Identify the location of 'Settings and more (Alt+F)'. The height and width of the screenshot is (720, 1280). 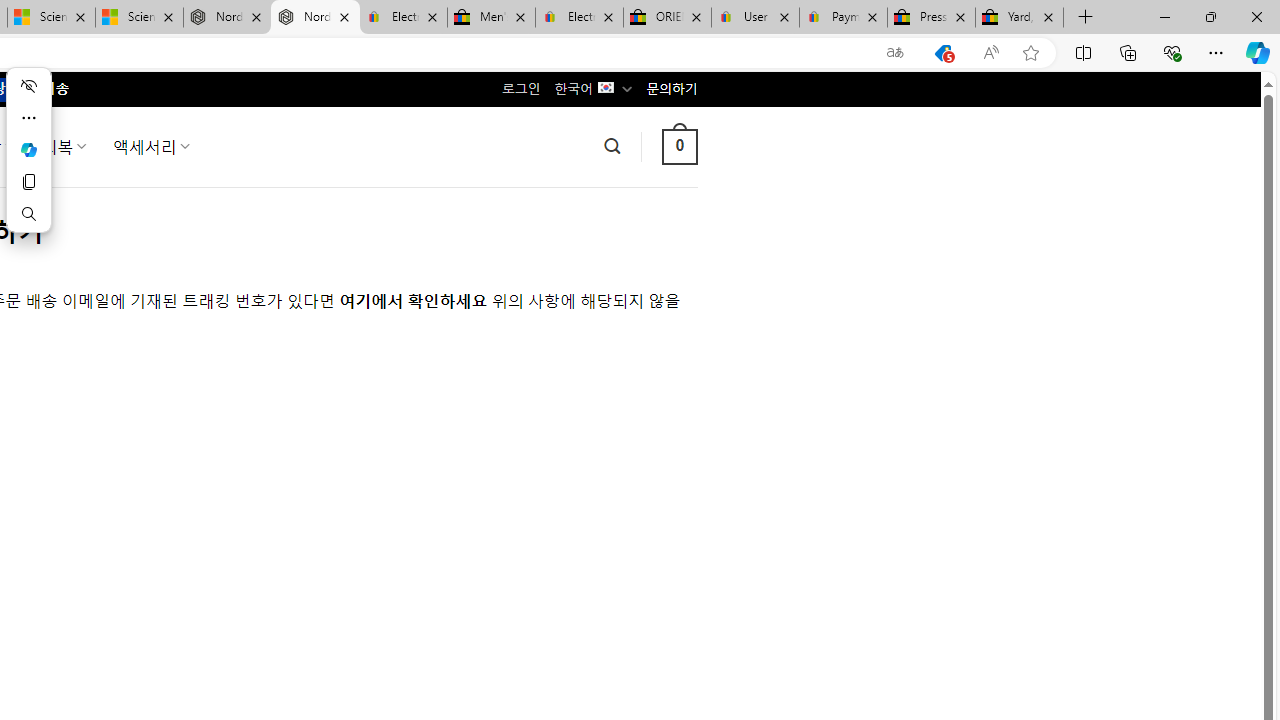
(1215, 51).